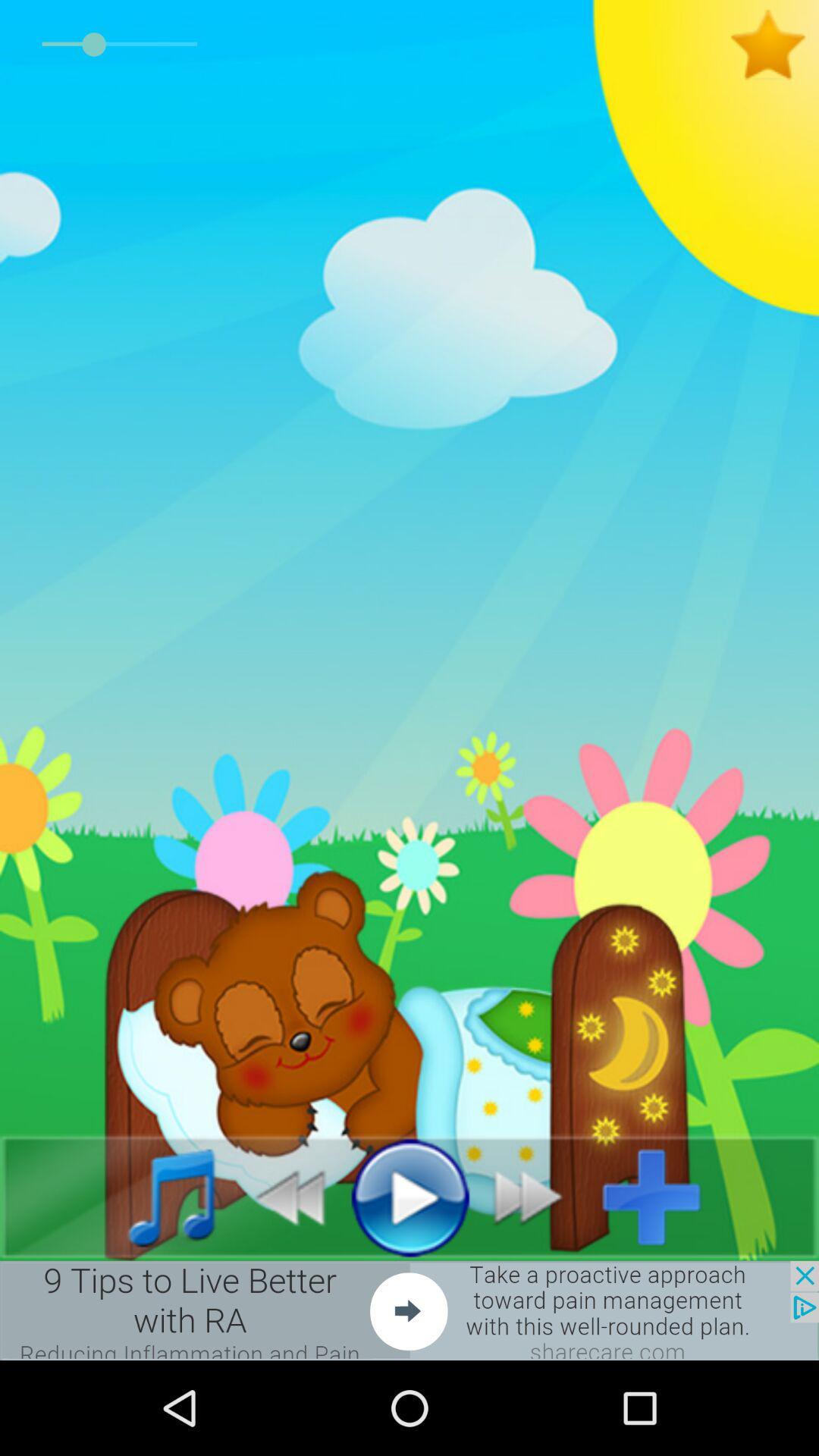 The image size is (819, 1456). Describe the element at coordinates (773, 45) in the screenshot. I see `the star icon` at that location.